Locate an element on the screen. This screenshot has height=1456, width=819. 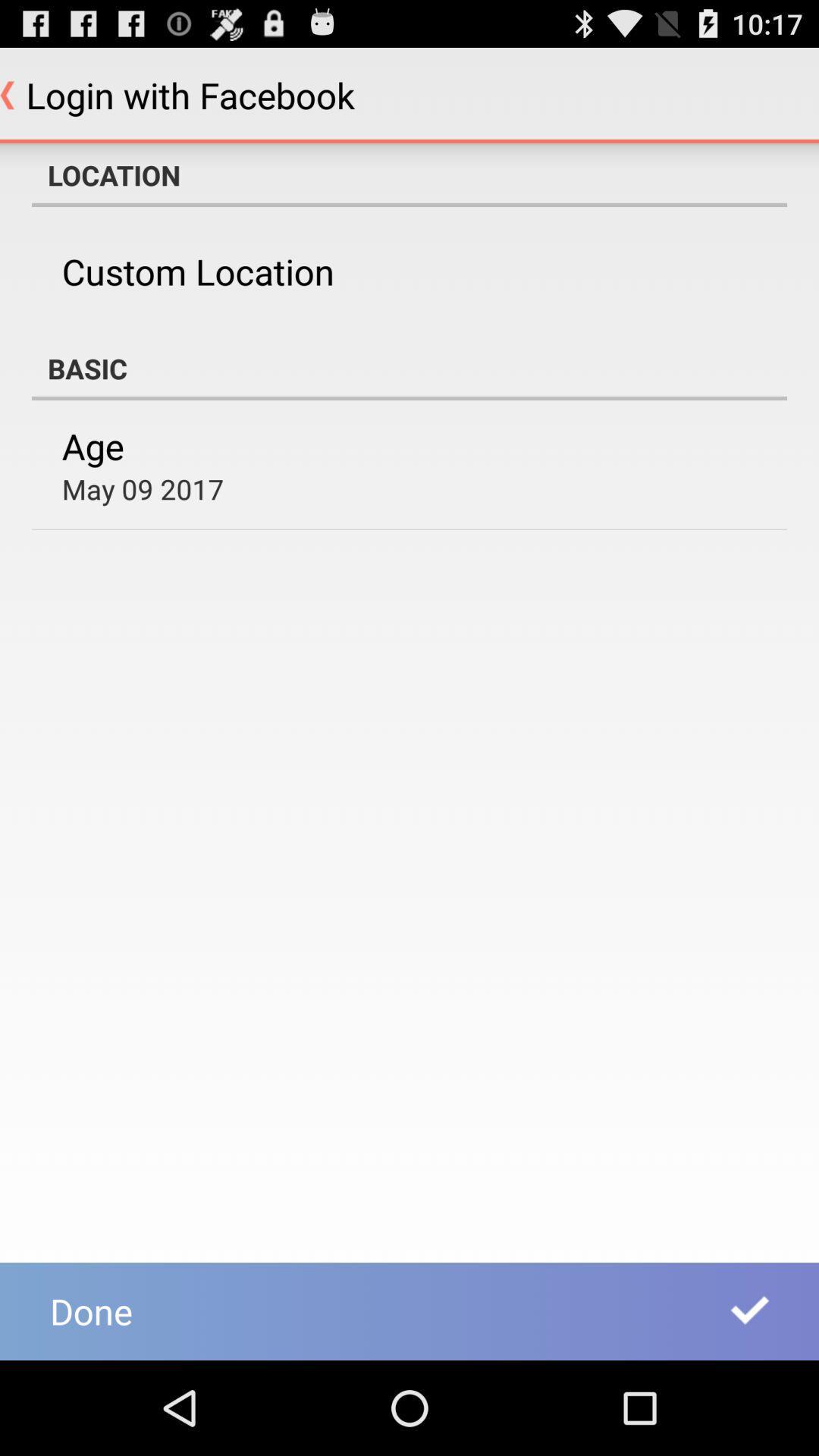
the icon above the done icon is located at coordinates (143, 488).